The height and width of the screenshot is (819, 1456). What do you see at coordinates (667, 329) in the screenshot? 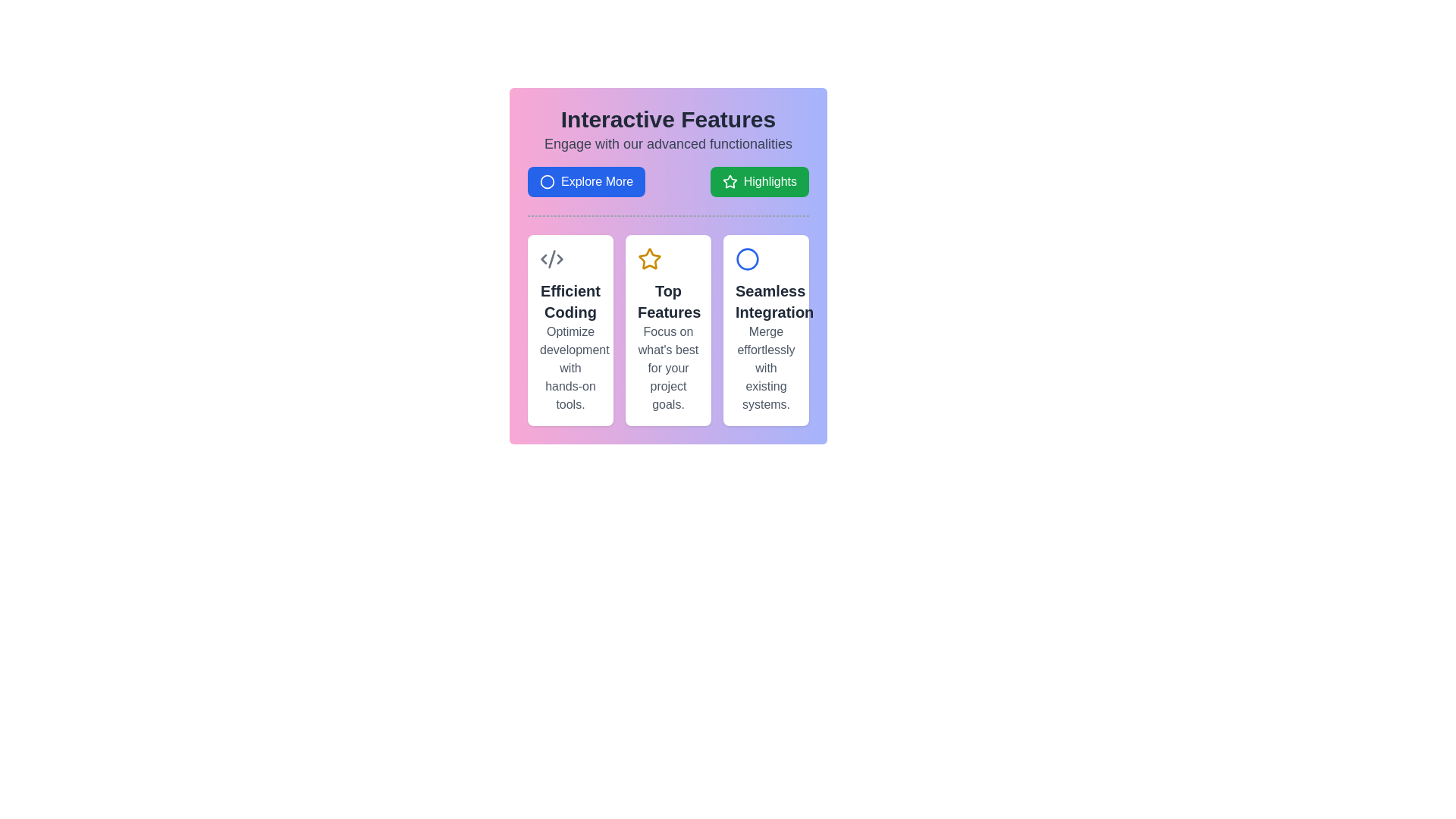
I see `the Information Card, which is the second card in a horizontally arranged grid of three features` at bounding box center [667, 329].